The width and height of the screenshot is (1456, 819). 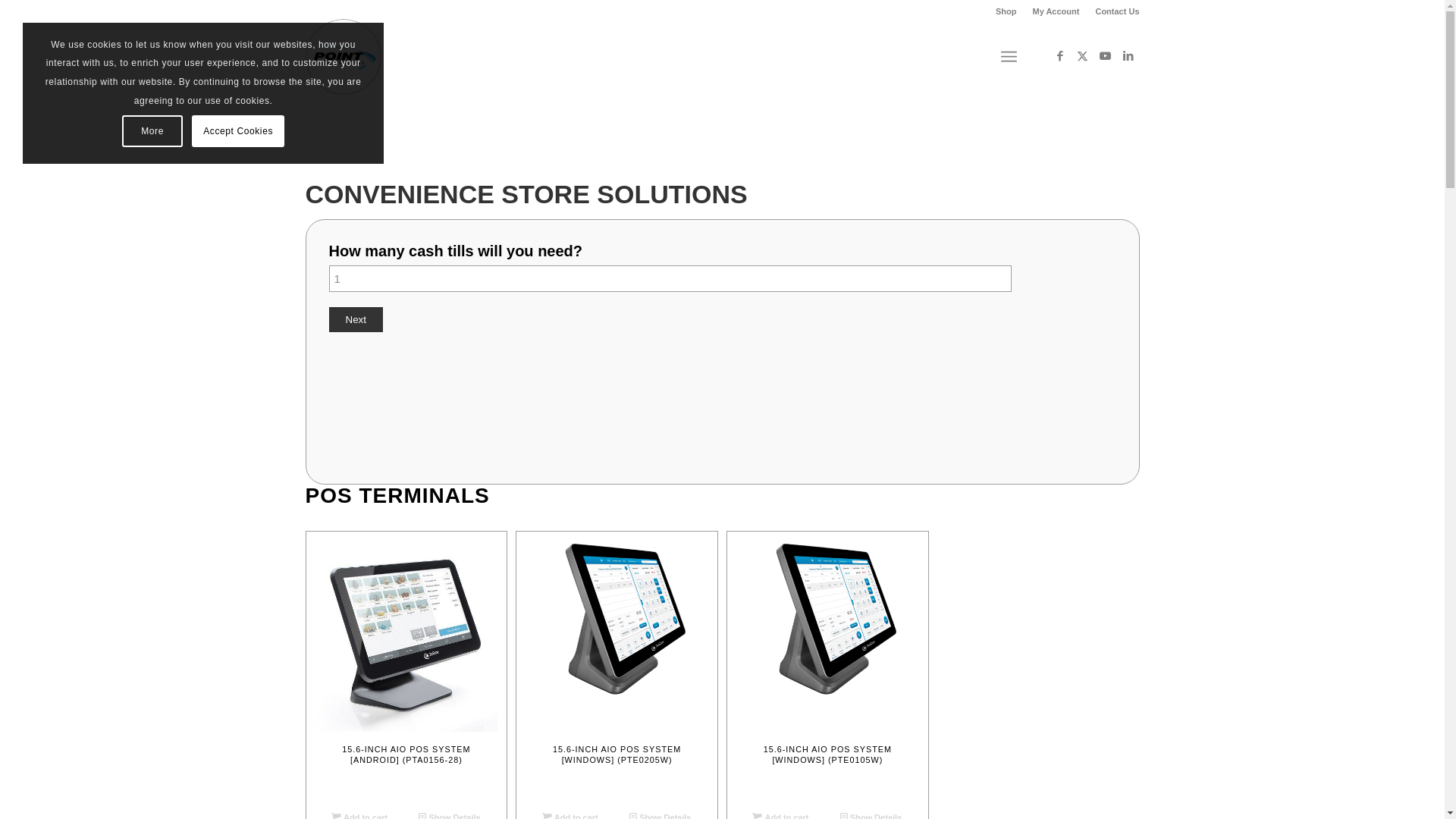 I want to click on 'Facebook', so click(x=1058, y=55).